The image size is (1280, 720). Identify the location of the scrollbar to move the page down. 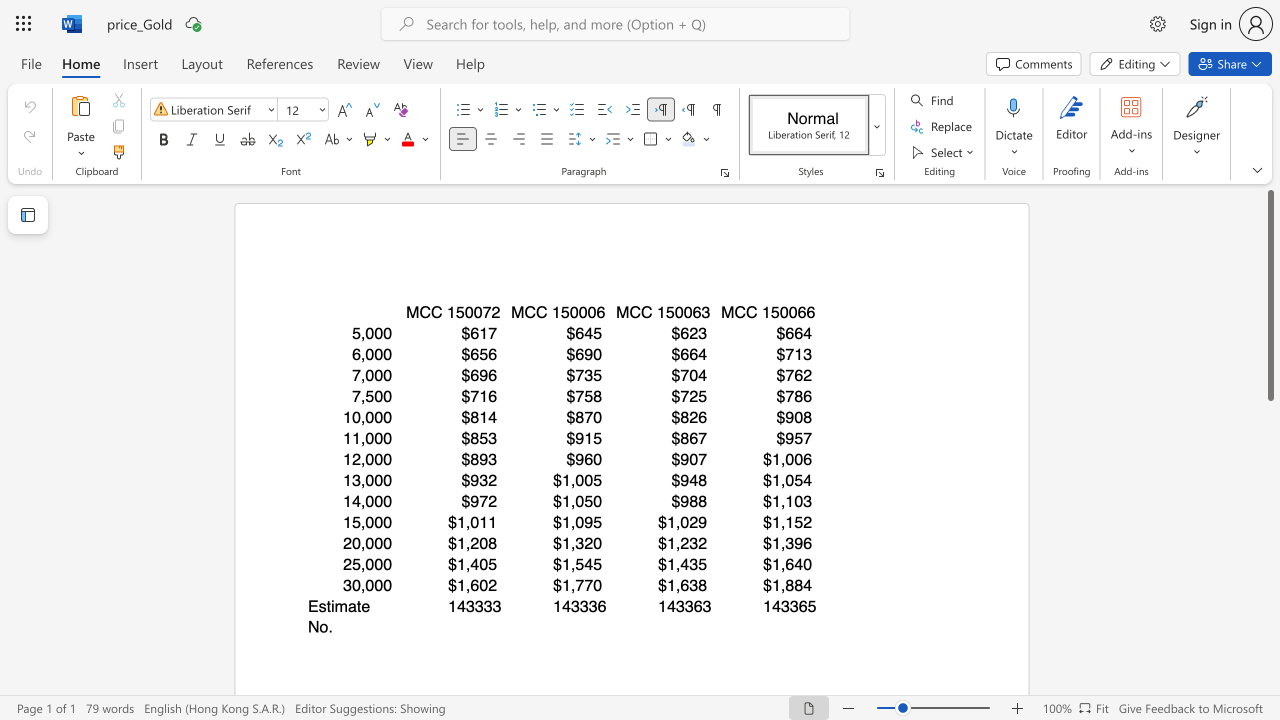
(1269, 570).